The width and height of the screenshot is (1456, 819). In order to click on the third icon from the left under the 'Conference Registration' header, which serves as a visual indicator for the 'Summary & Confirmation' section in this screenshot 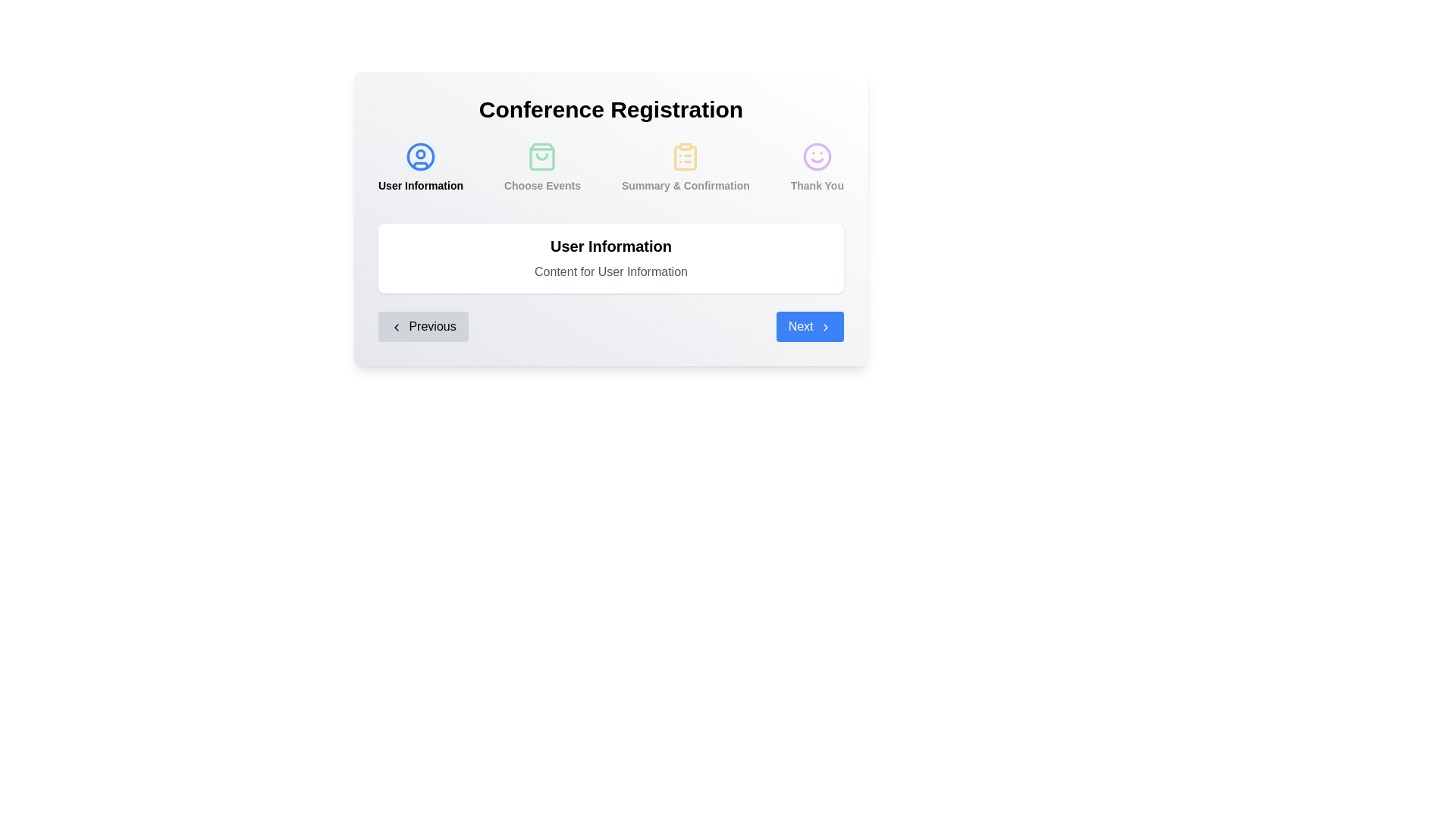, I will do `click(685, 157)`.